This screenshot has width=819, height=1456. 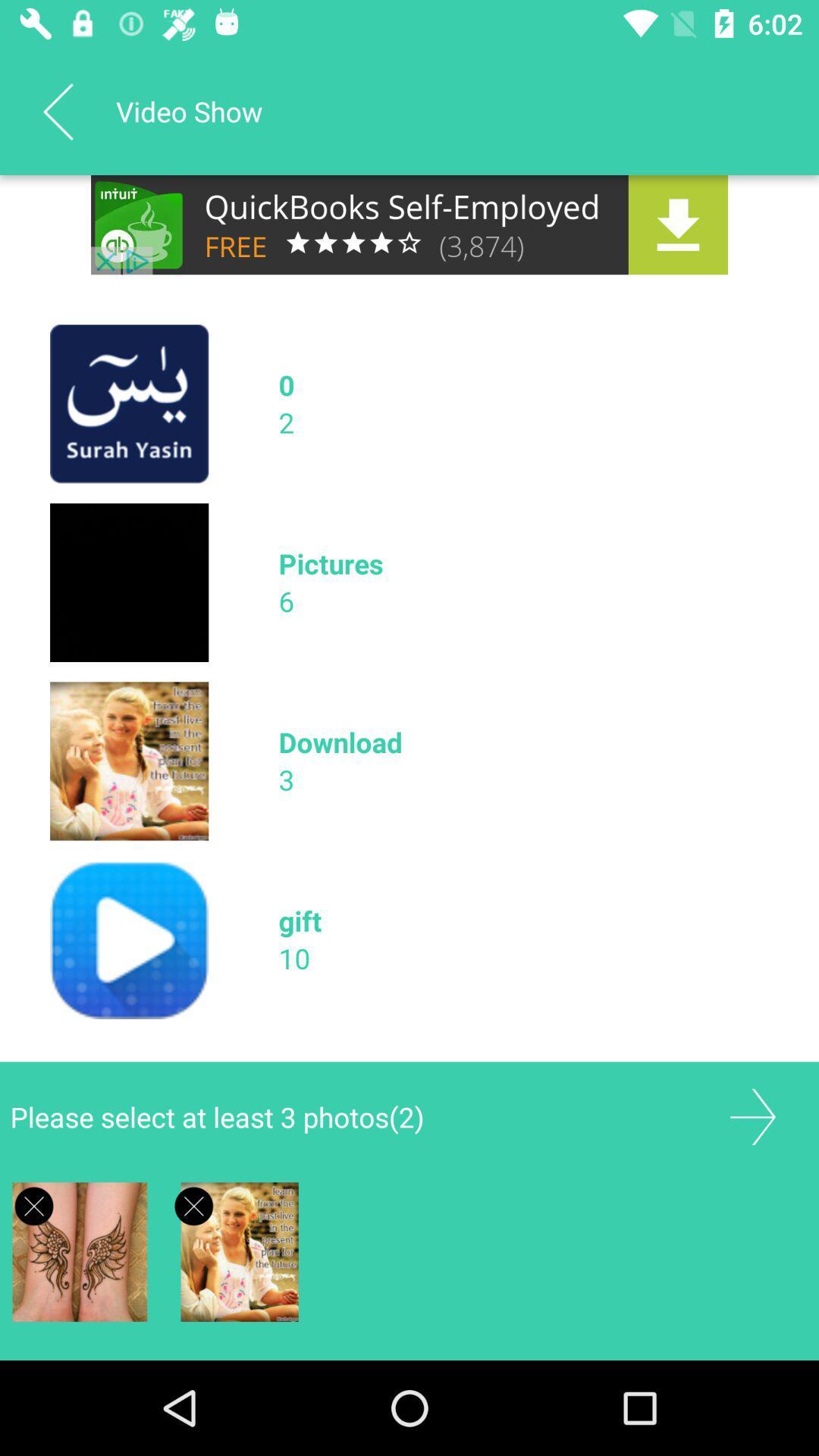 I want to click on the arrow_backward icon, so click(x=57, y=111).